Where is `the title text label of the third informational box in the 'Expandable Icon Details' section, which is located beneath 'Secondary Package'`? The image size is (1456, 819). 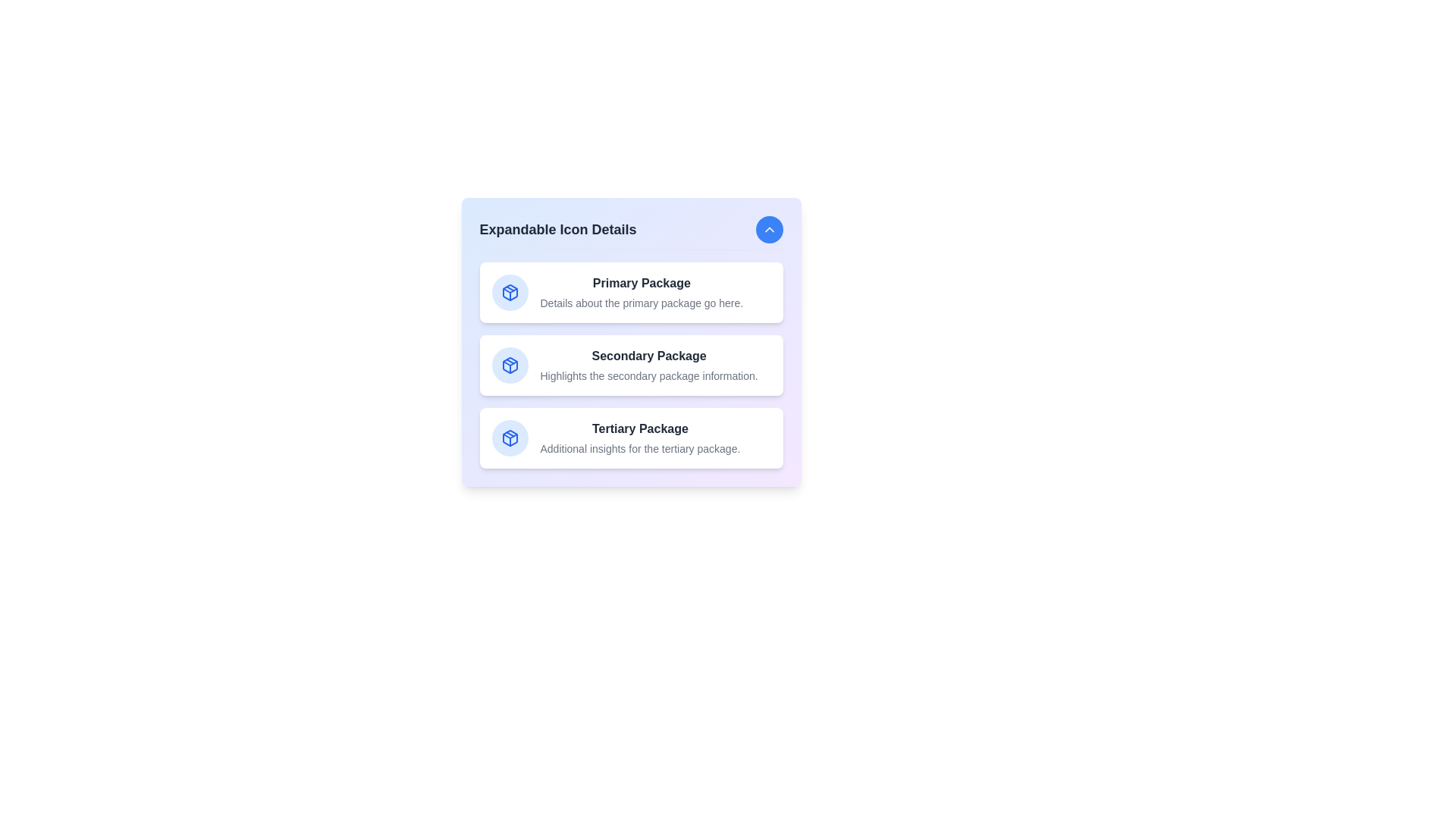 the title text label of the third informational box in the 'Expandable Icon Details' section, which is located beneath 'Secondary Package' is located at coordinates (640, 429).